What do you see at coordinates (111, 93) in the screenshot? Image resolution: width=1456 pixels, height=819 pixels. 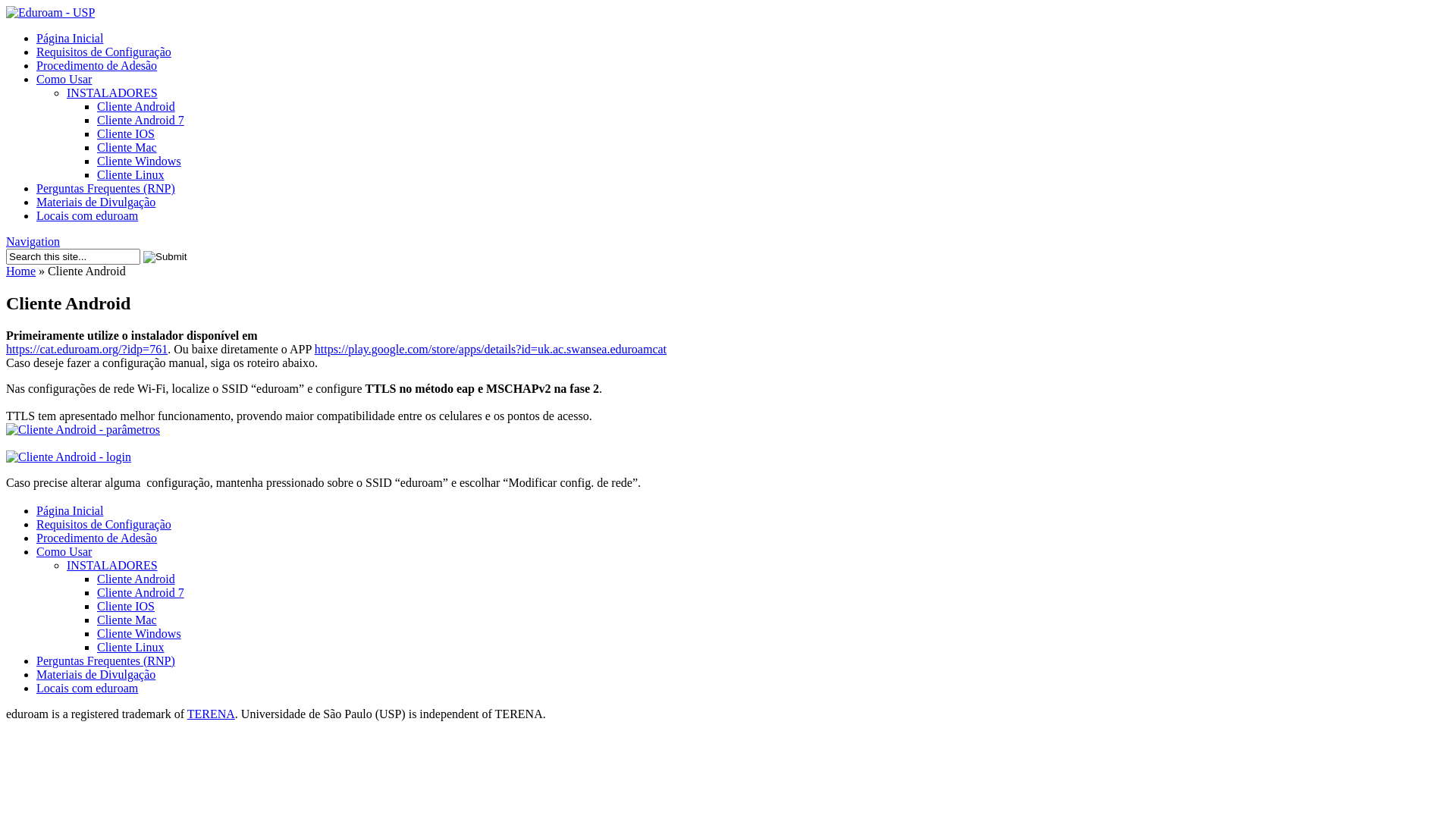 I see `'INSTALADORES'` at bounding box center [111, 93].